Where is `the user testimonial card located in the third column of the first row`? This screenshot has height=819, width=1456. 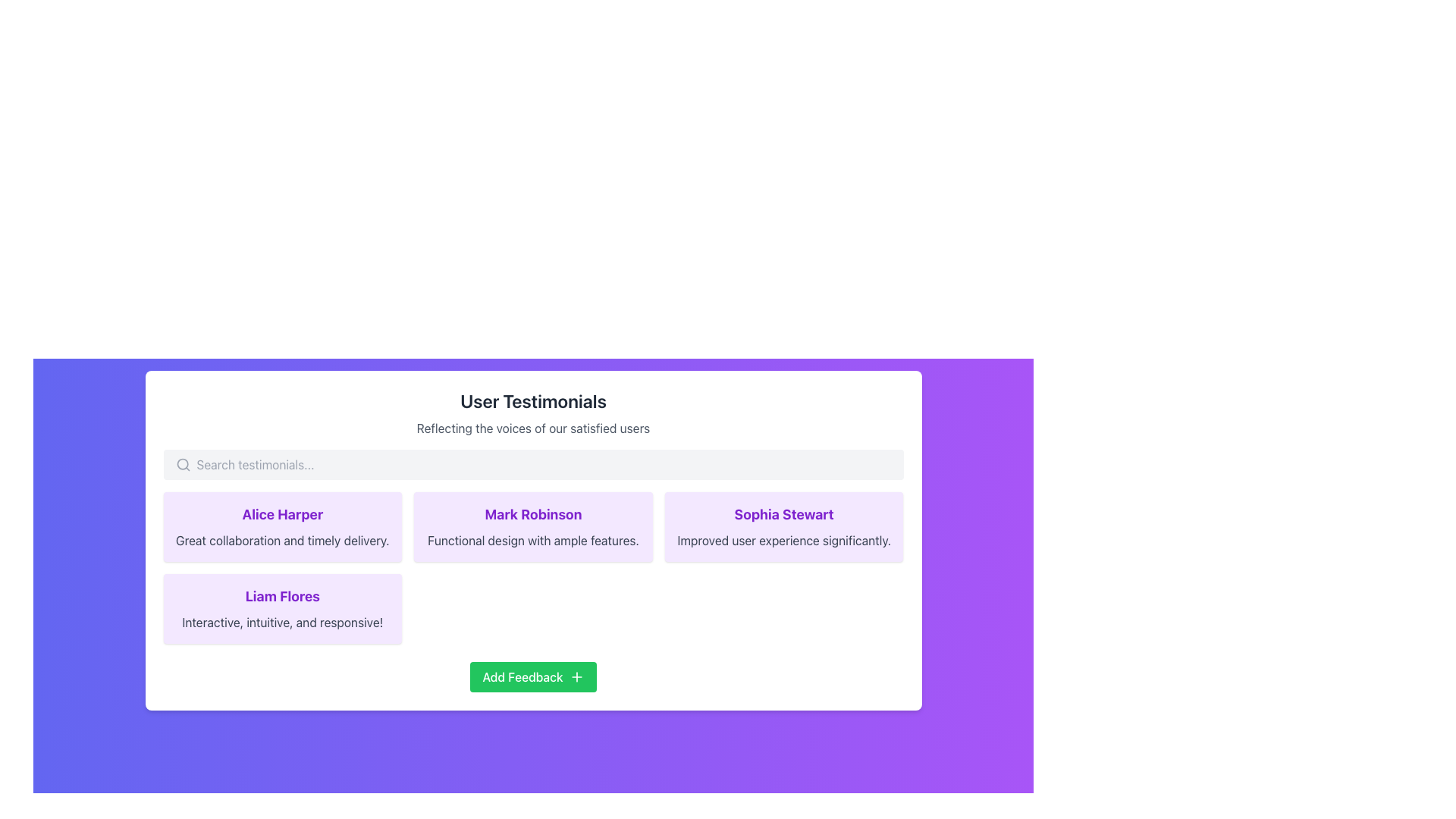 the user testimonial card located in the third column of the first row is located at coordinates (783, 526).